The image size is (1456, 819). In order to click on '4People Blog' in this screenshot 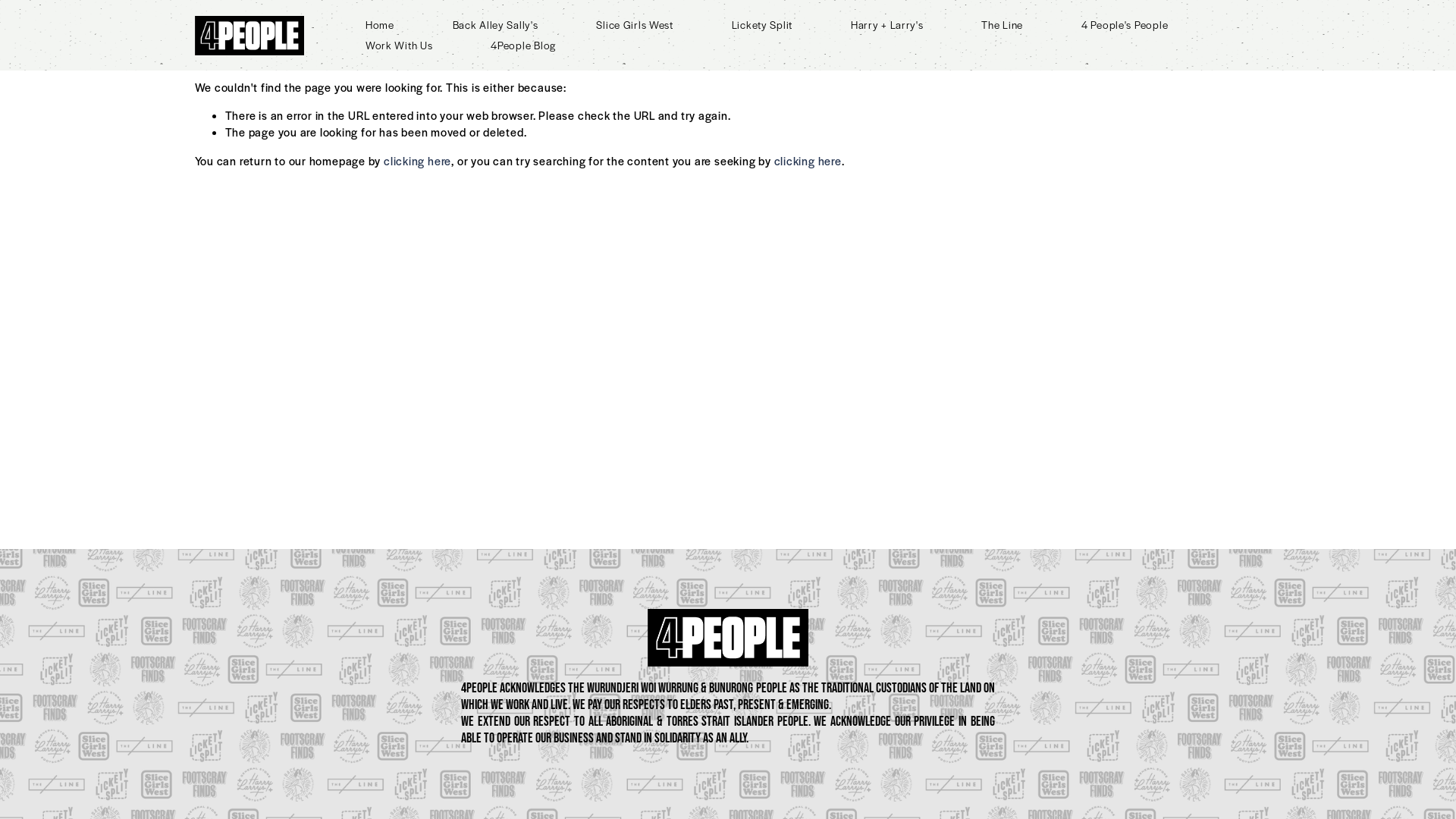, I will do `click(523, 45)`.